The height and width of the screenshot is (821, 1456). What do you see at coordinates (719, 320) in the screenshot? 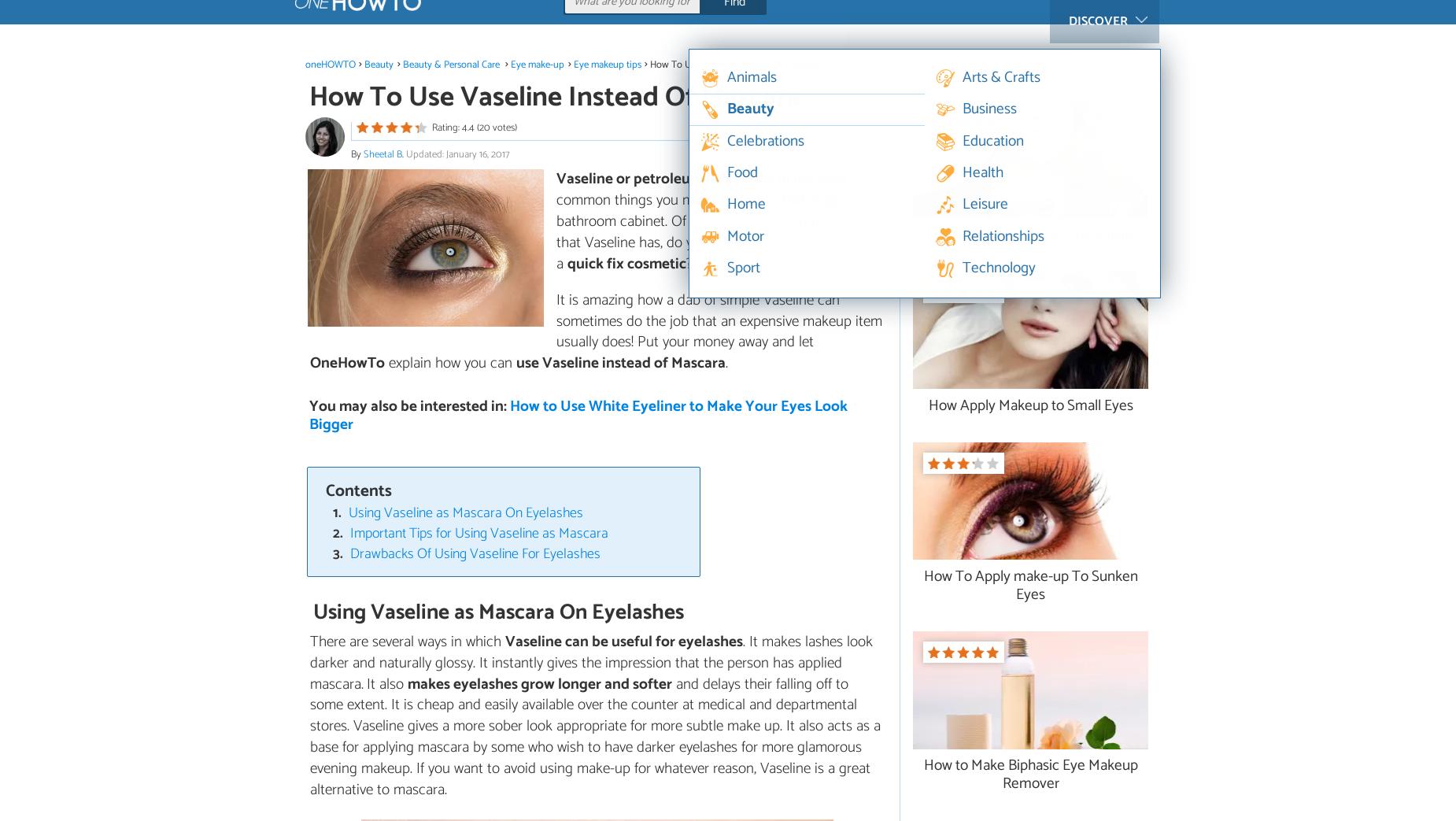
I see `'It is amazing how a dab of simple Vaseline can sometimes do the job that an expensive makeup item usually does! Put your money away and let'` at bounding box center [719, 320].